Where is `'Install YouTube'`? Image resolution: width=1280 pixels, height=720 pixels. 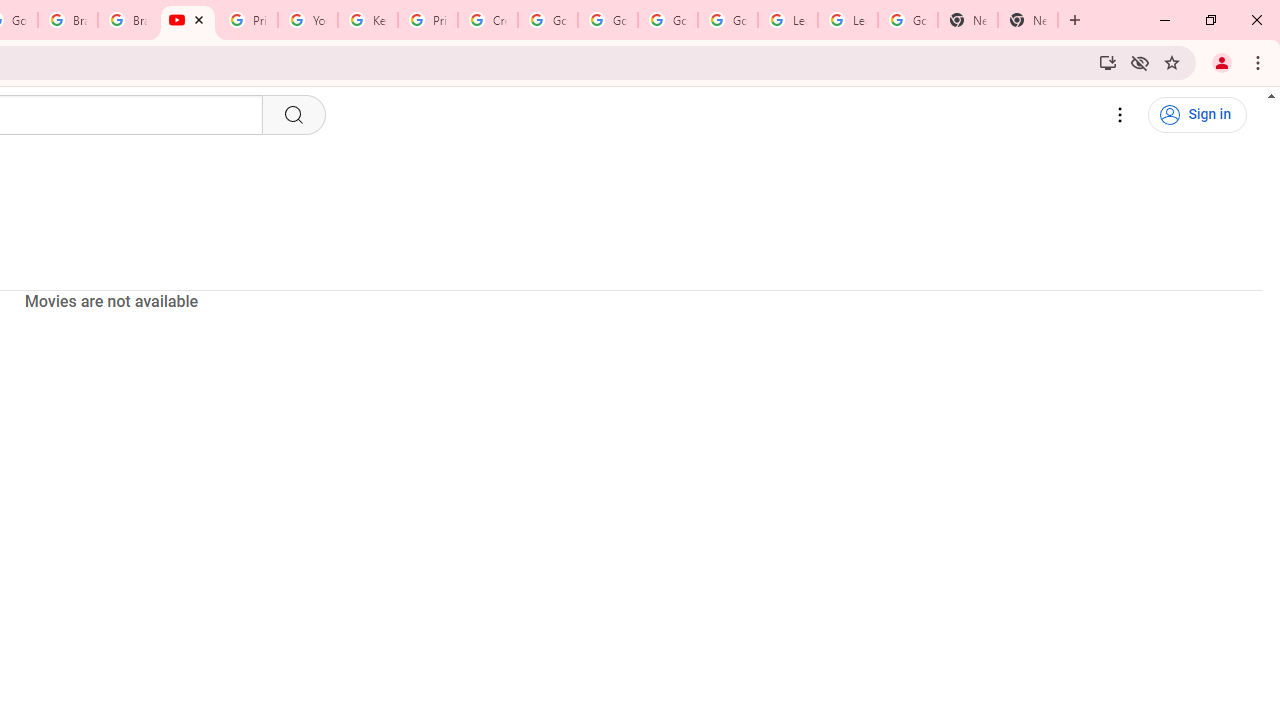 'Install YouTube' is located at coordinates (1106, 61).